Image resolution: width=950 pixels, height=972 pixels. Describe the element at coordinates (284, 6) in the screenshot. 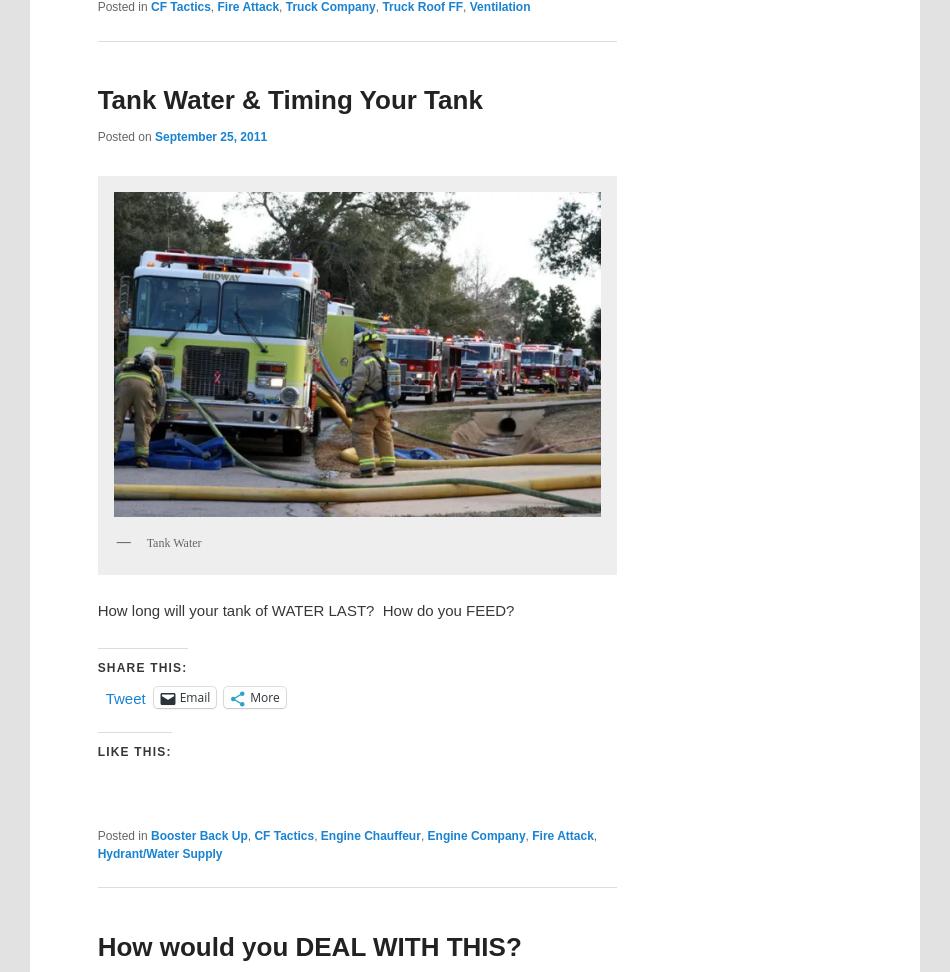

I see `'Truck Company'` at that location.